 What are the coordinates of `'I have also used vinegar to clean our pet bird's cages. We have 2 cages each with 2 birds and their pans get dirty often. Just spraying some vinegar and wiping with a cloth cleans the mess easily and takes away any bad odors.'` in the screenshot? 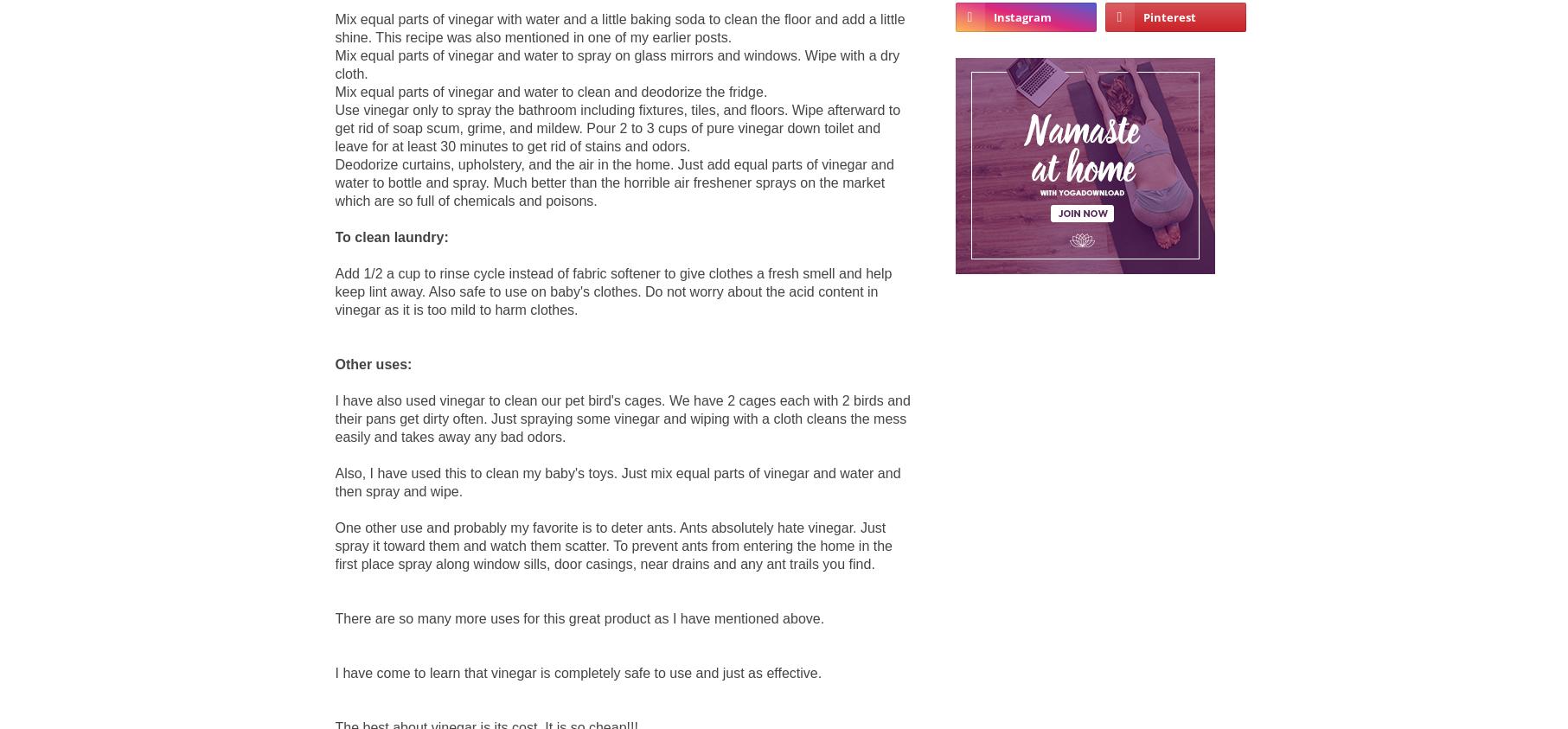 It's located at (335, 418).